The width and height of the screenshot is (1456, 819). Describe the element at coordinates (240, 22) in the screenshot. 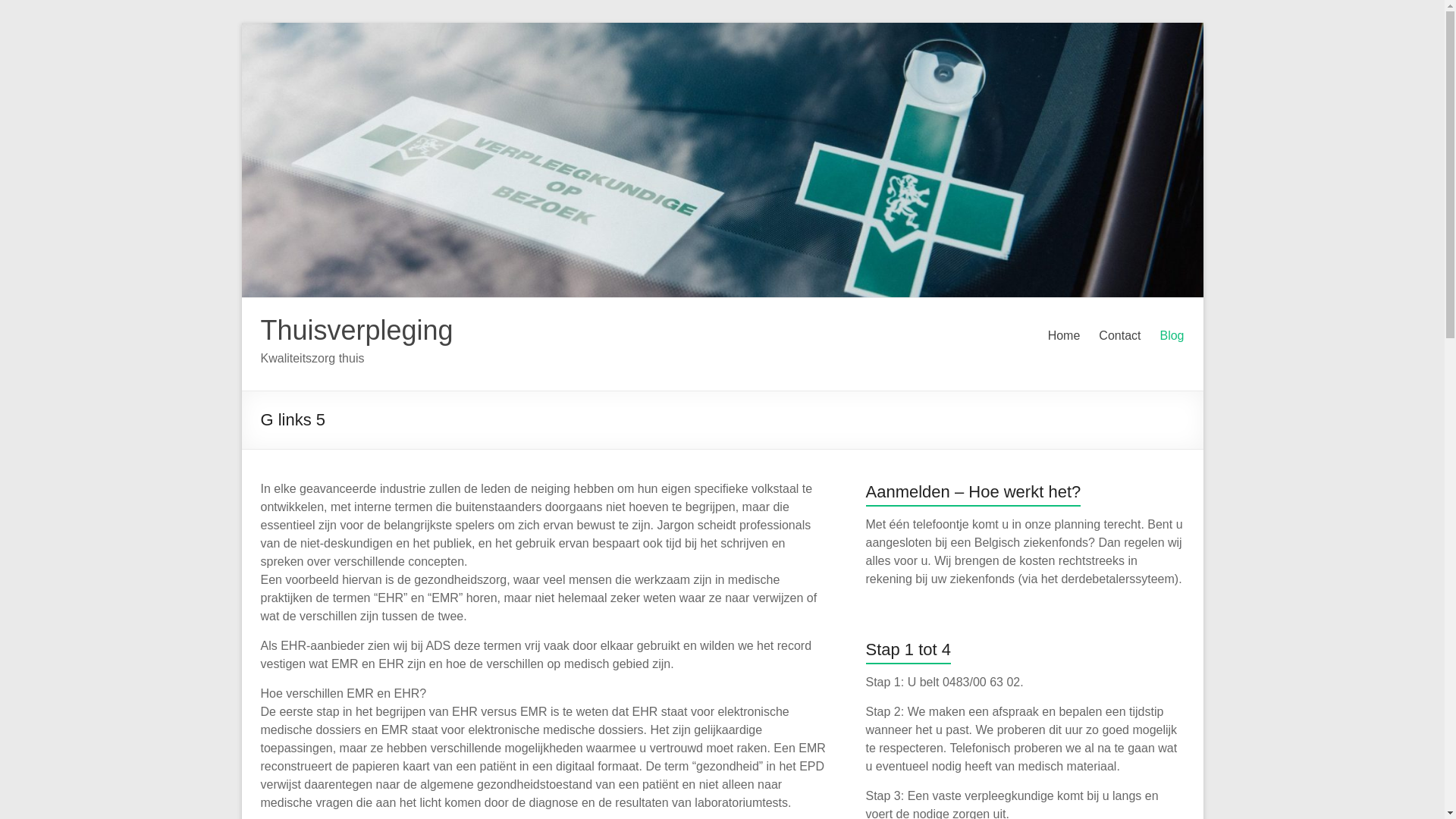

I see `'Ga naar inhoud'` at that location.